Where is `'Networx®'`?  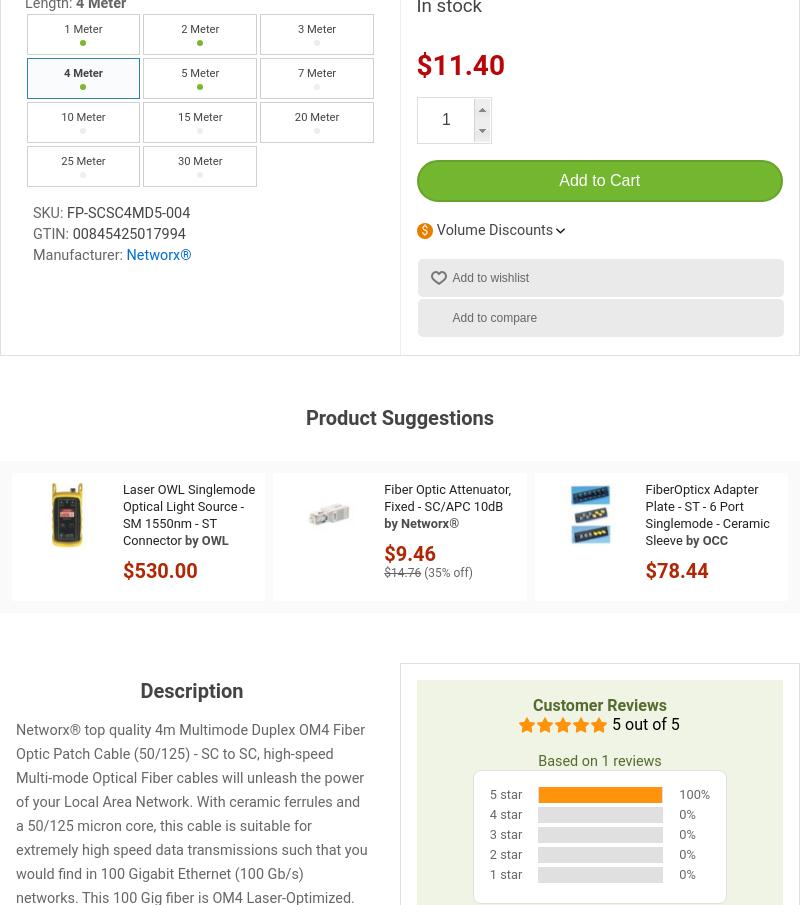 'Networx®' is located at coordinates (125, 254).